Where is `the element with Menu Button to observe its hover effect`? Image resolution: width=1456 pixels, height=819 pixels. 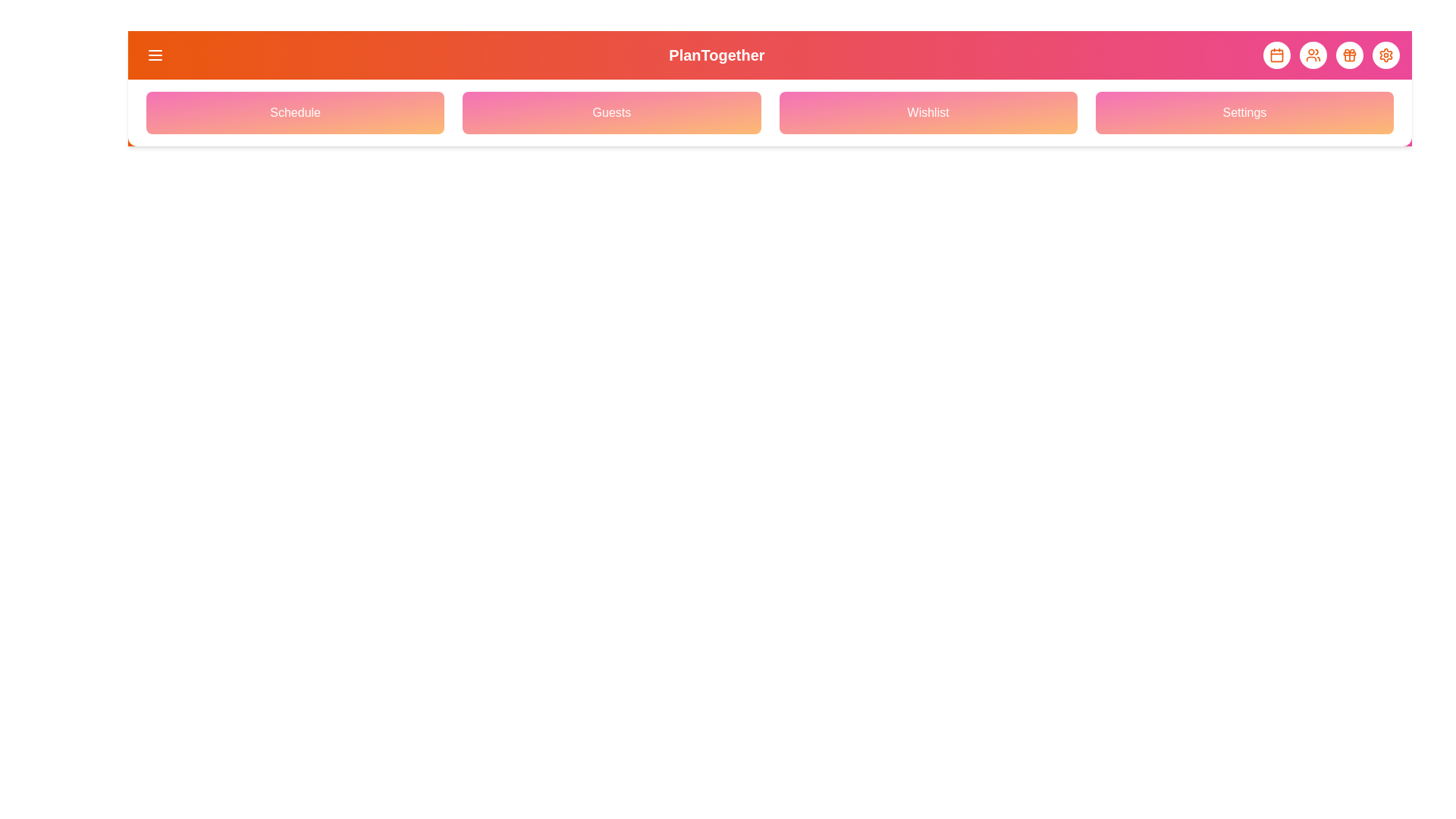
the element with Menu Button to observe its hover effect is located at coordinates (155, 55).